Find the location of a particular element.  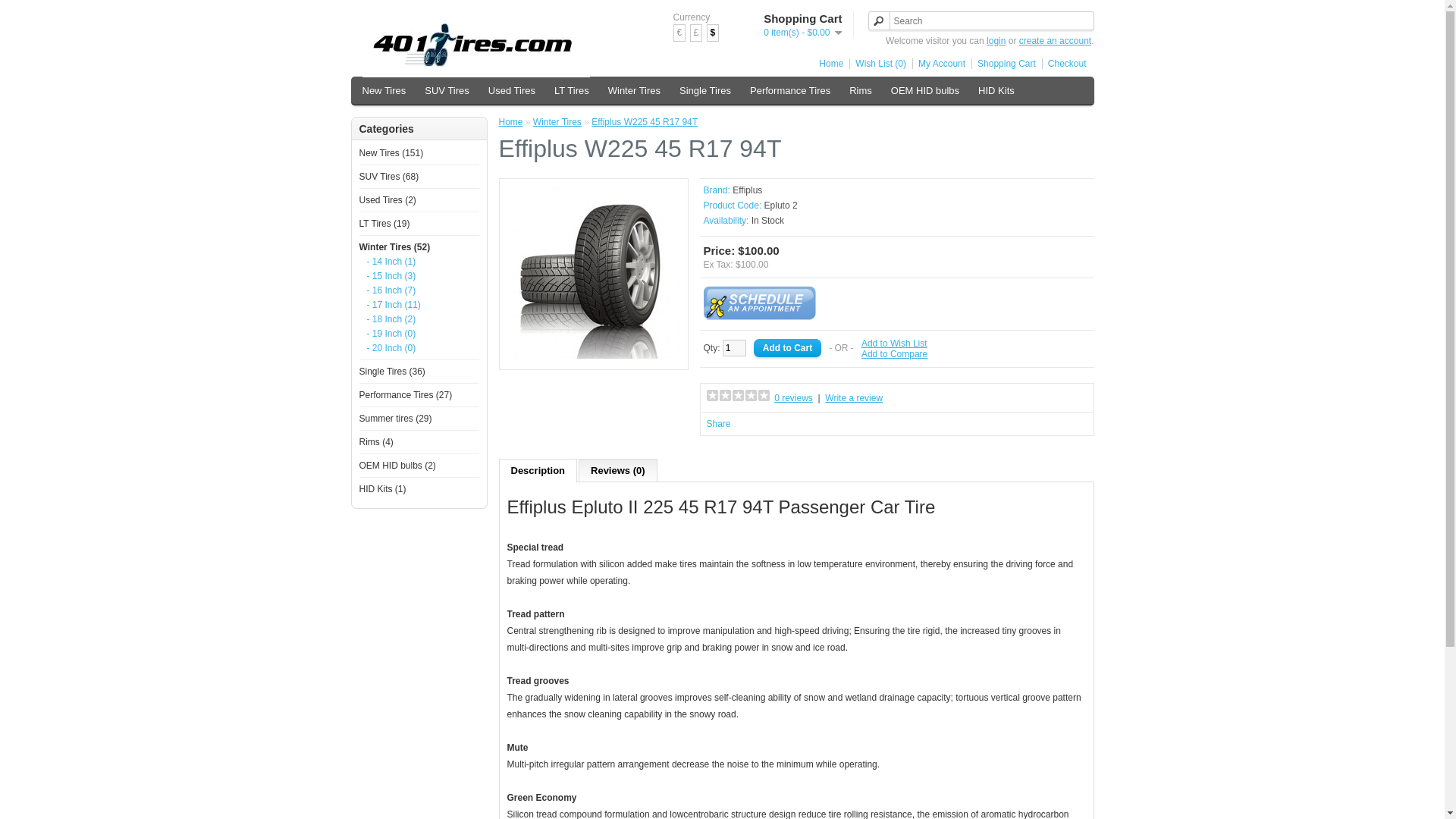

'Share' is located at coordinates (718, 424).